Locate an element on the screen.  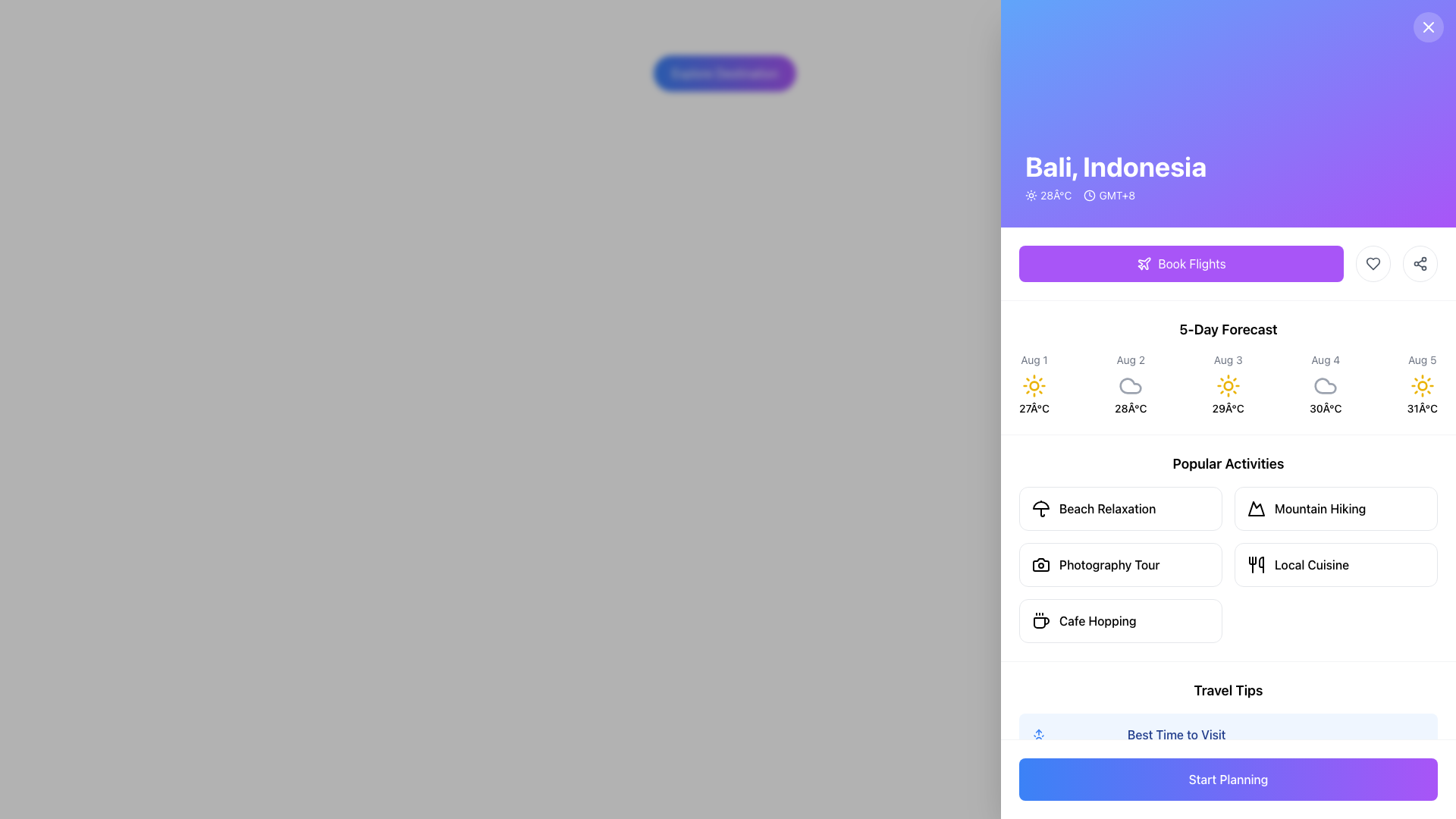
the 'Mountain Hiking' text label element, which is situated in the bottom-right option of the 'Popular Activities' section, next to a mountain icon is located at coordinates (1319, 509).